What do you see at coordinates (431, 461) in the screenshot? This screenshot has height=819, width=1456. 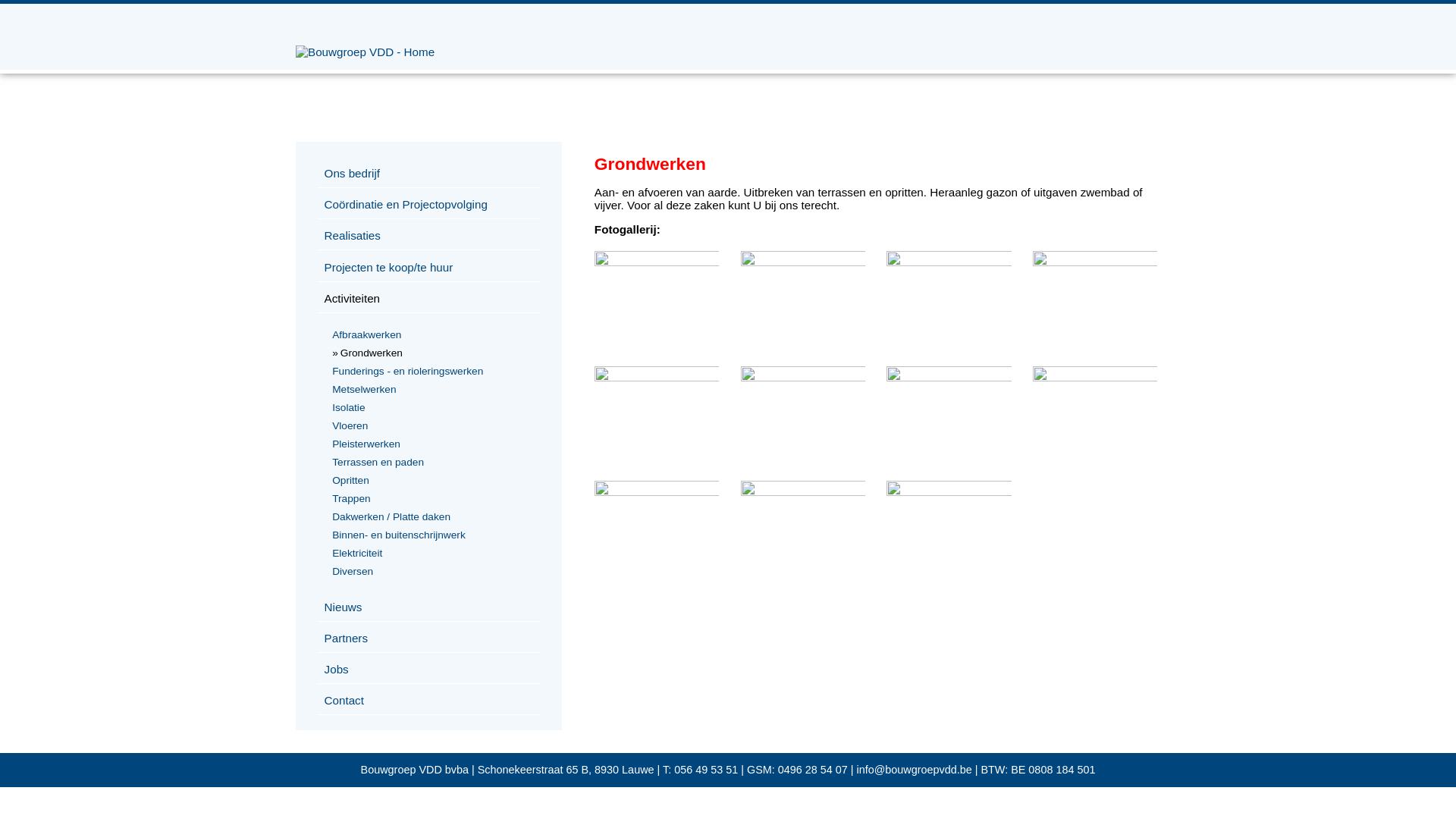 I see `'Terrassen en paden'` at bounding box center [431, 461].